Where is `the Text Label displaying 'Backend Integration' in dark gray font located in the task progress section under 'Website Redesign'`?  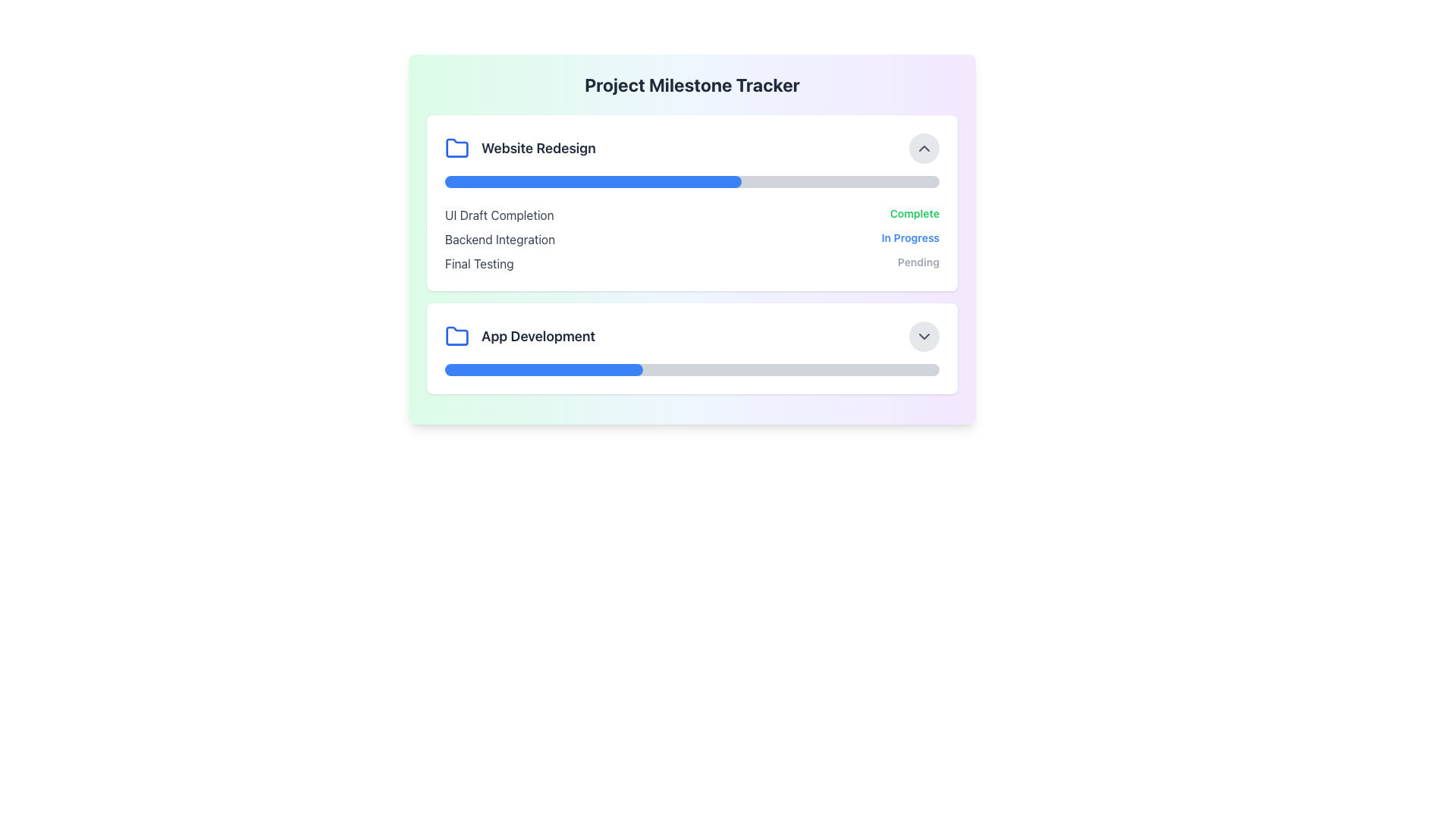 the Text Label displaying 'Backend Integration' in dark gray font located in the task progress section under 'Website Redesign' is located at coordinates (500, 239).